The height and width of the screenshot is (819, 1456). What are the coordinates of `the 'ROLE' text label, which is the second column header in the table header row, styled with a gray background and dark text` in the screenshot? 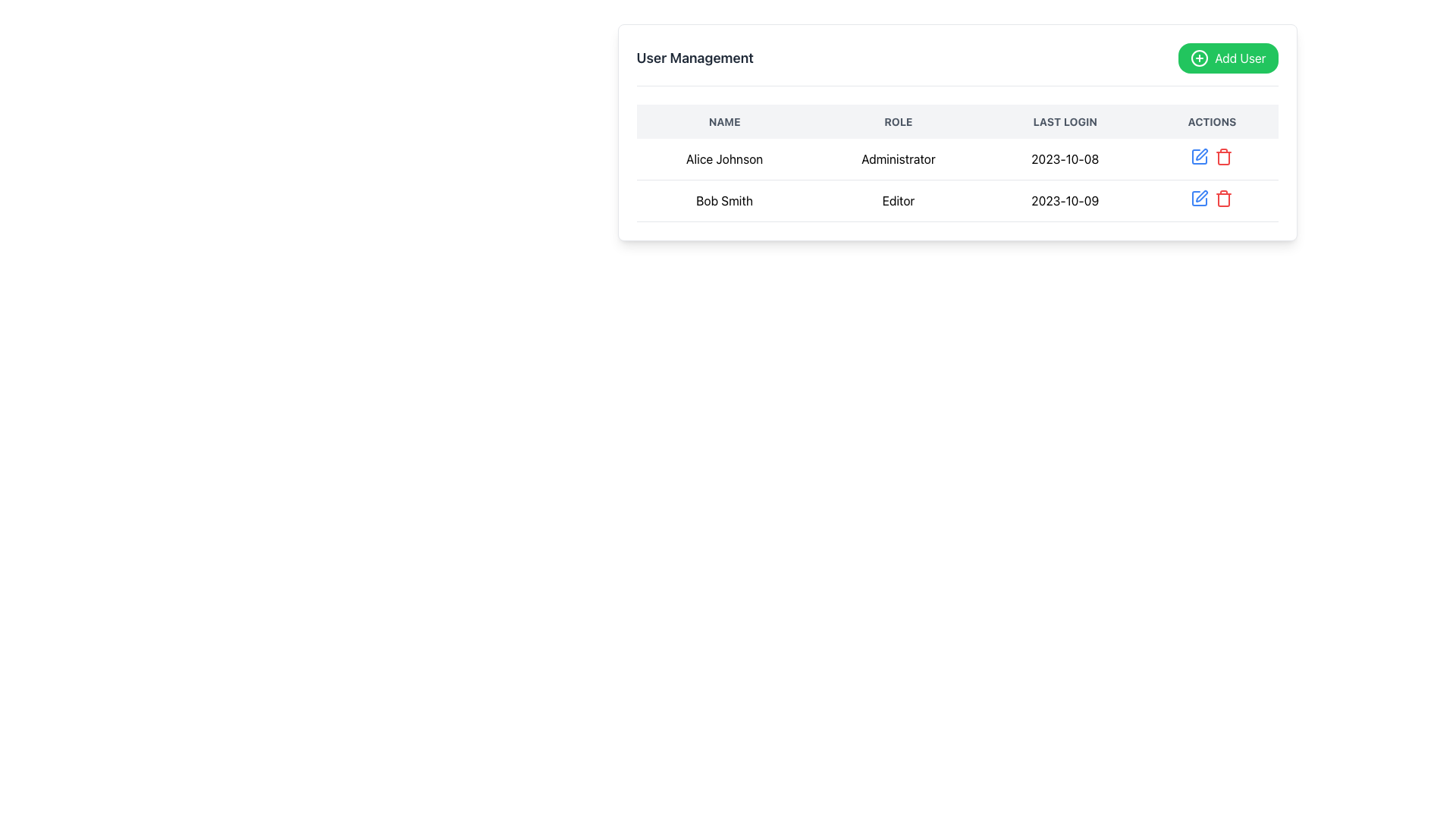 It's located at (898, 121).